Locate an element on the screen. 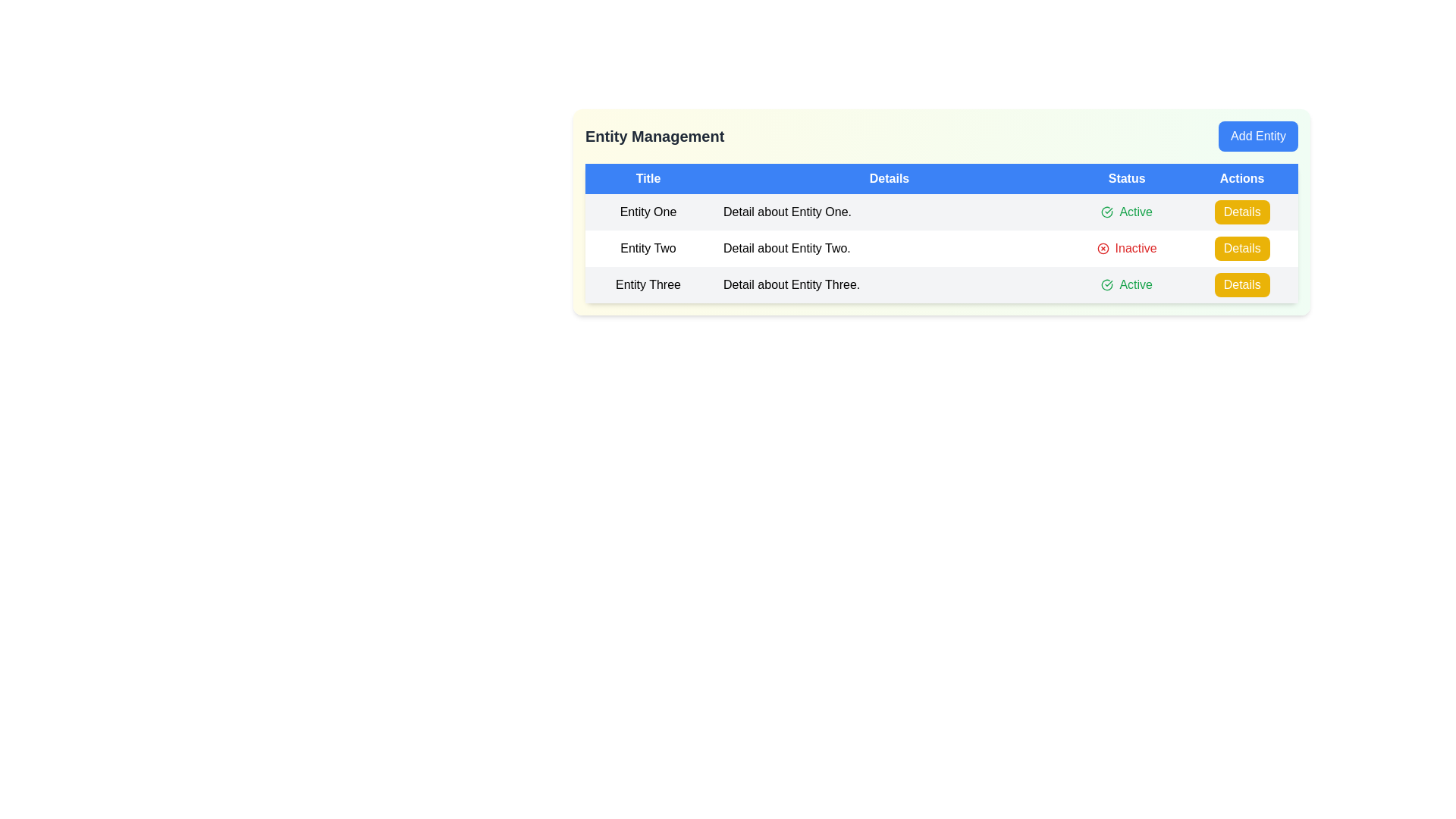  the 'Active' status label, which is displayed in green with a green checkmark icon, located in the 'Status' column of the table row labeled 'Entity Three' is located at coordinates (1127, 284).